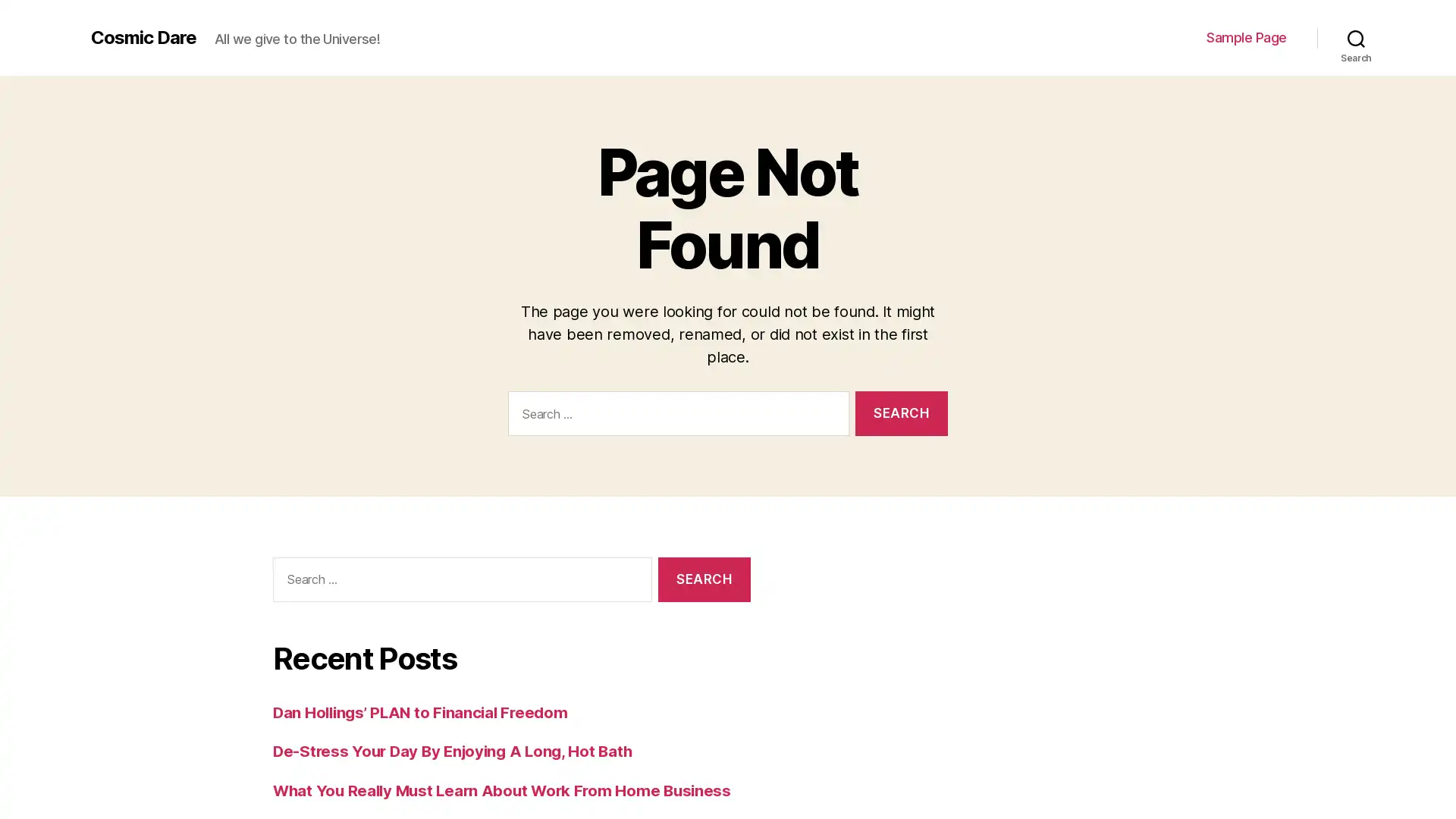  Describe the element at coordinates (1356, 37) in the screenshot. I see `Search` at that location.